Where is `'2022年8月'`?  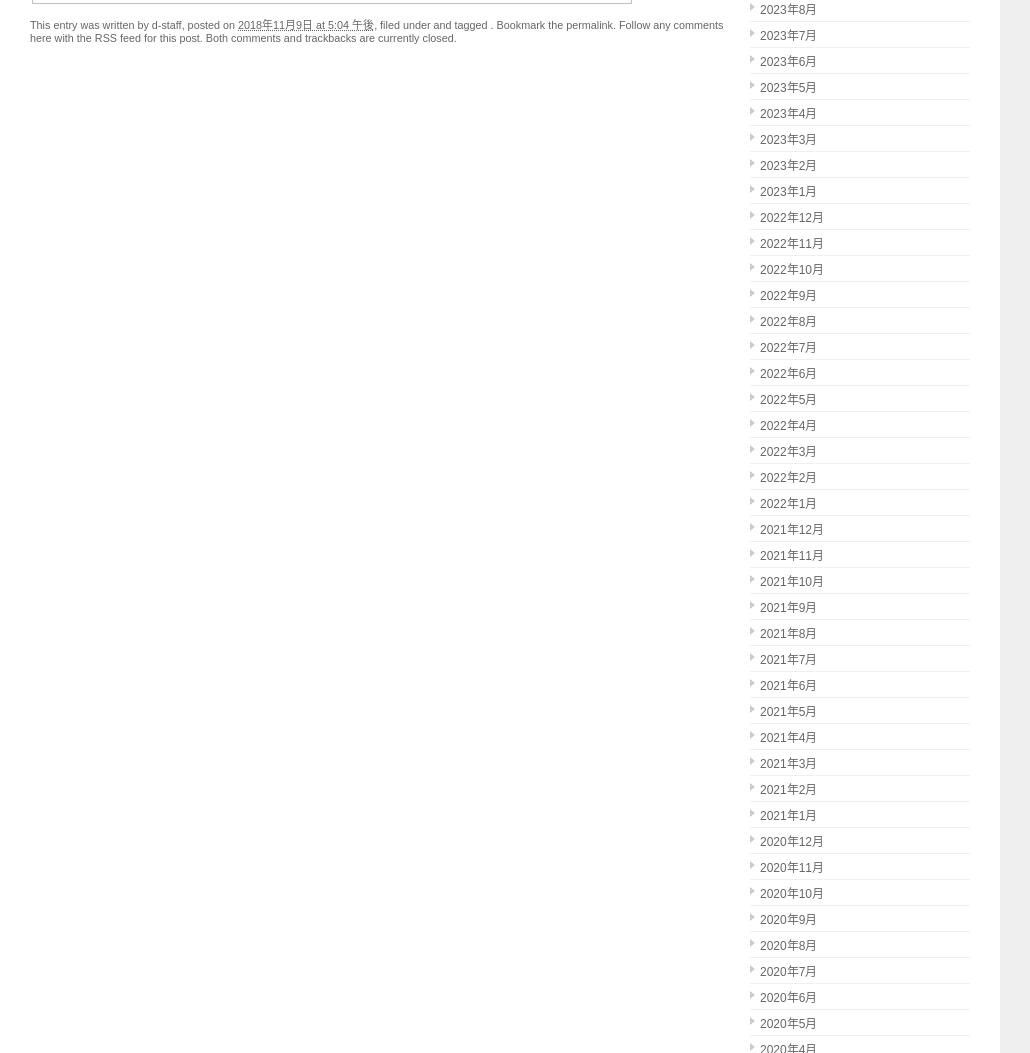
'2022年8月' is located at coordinates (787, 322).